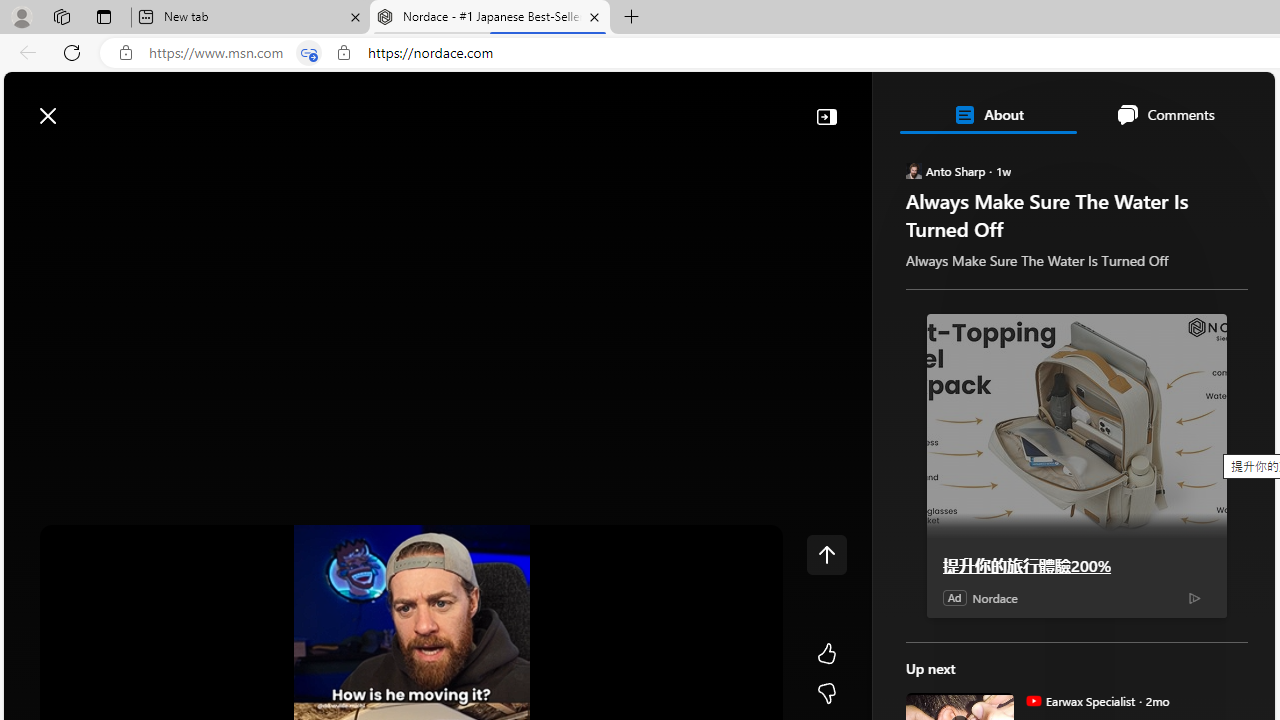  Describe the element at coordinates (912, 169) in the screenshot. I see `'Anto Sharp'` at that location.